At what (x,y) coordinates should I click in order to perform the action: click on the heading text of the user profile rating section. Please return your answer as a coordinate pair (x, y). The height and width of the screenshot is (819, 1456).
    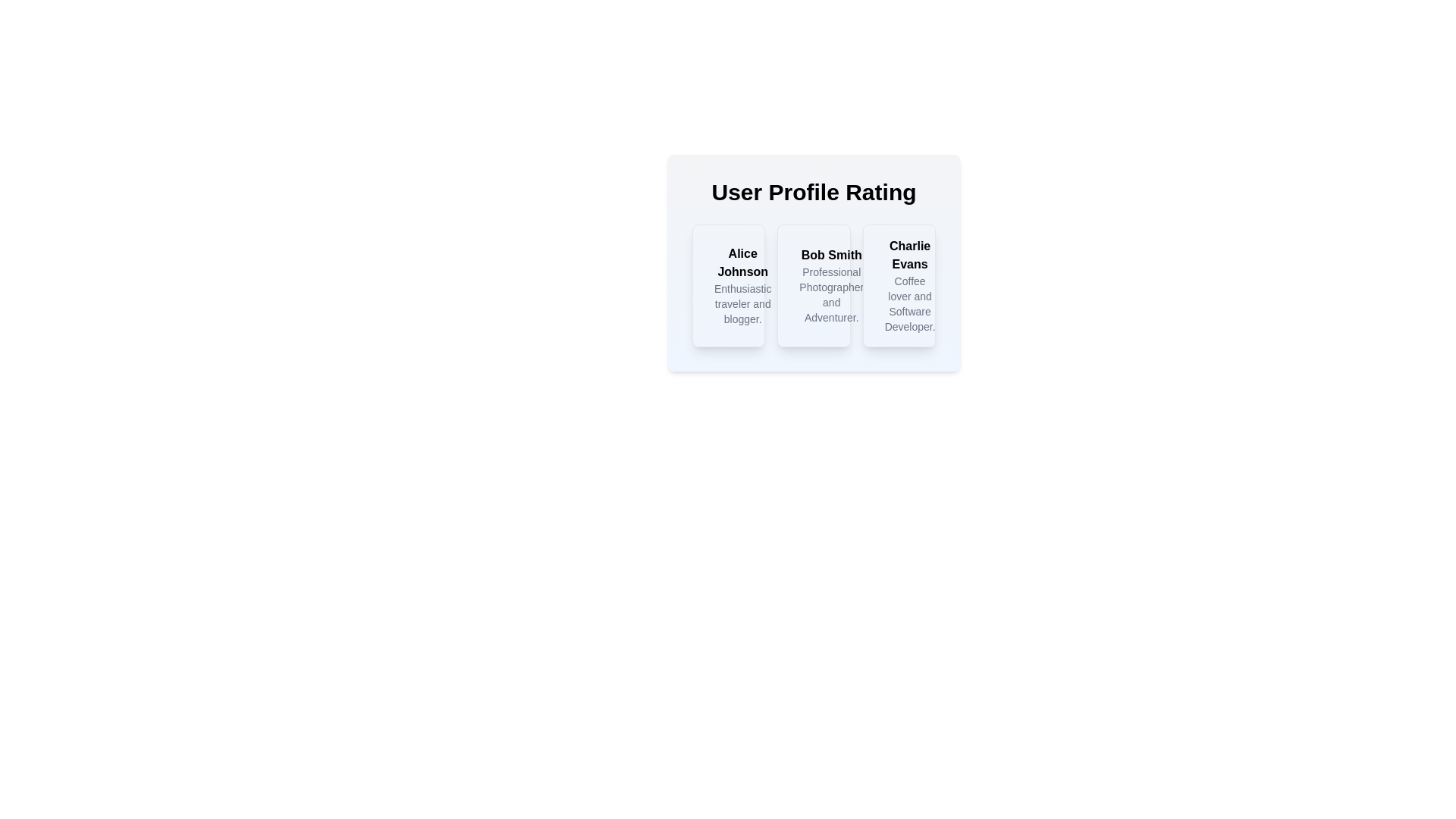
    Looking at the image, I should click on (813, 192).